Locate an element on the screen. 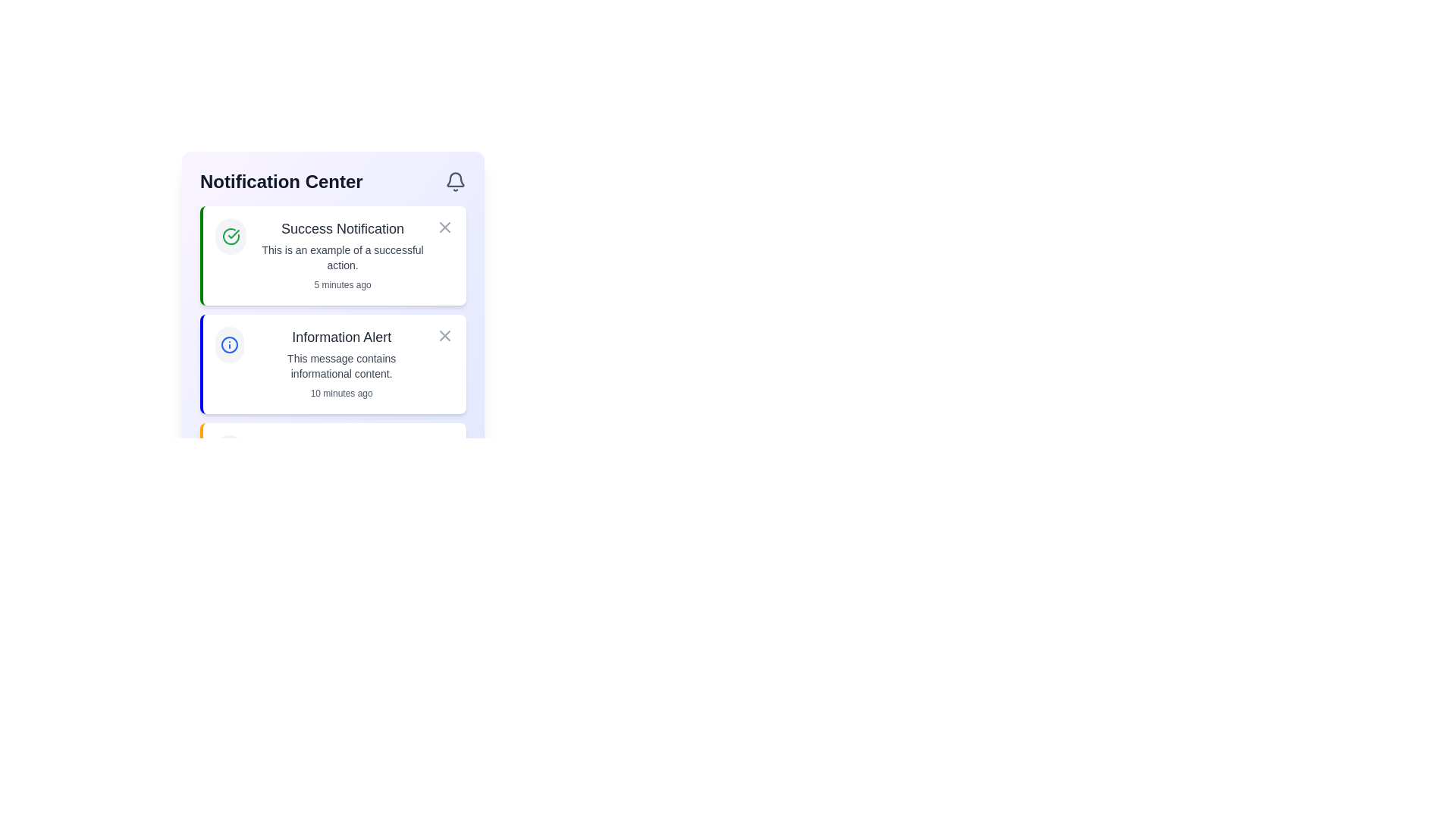 This screenshot has width=1456, height=819. the blue circular icon with a stroke width of 2 located in the top-left of the notification panel, specifically as part of the informational alert icon is located at coordinates (229, 345).